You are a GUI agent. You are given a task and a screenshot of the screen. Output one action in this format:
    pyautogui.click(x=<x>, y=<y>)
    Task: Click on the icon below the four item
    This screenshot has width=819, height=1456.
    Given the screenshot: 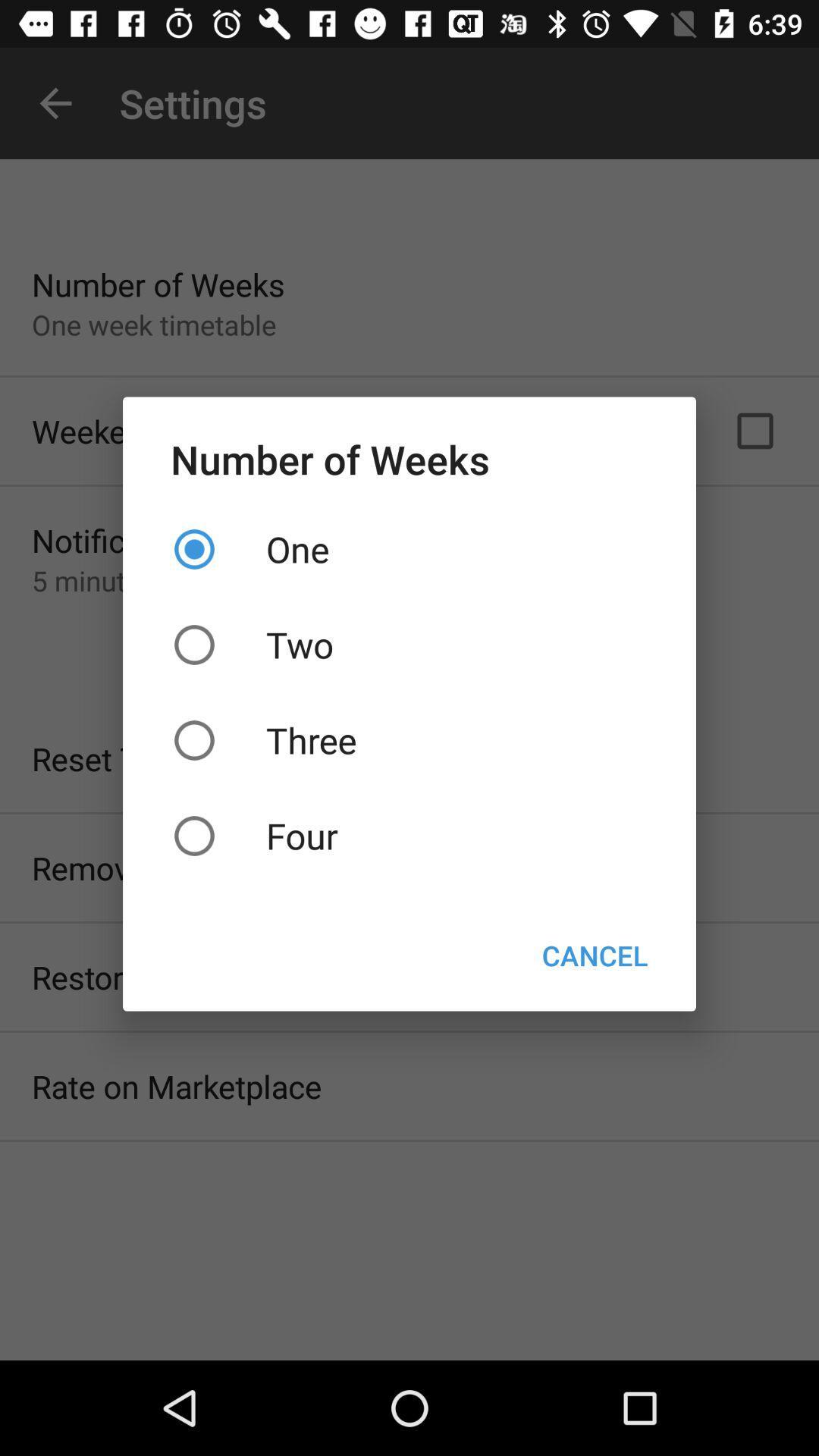 What is the action you would take?
    pyautogui.click(x=594, y=954)
    